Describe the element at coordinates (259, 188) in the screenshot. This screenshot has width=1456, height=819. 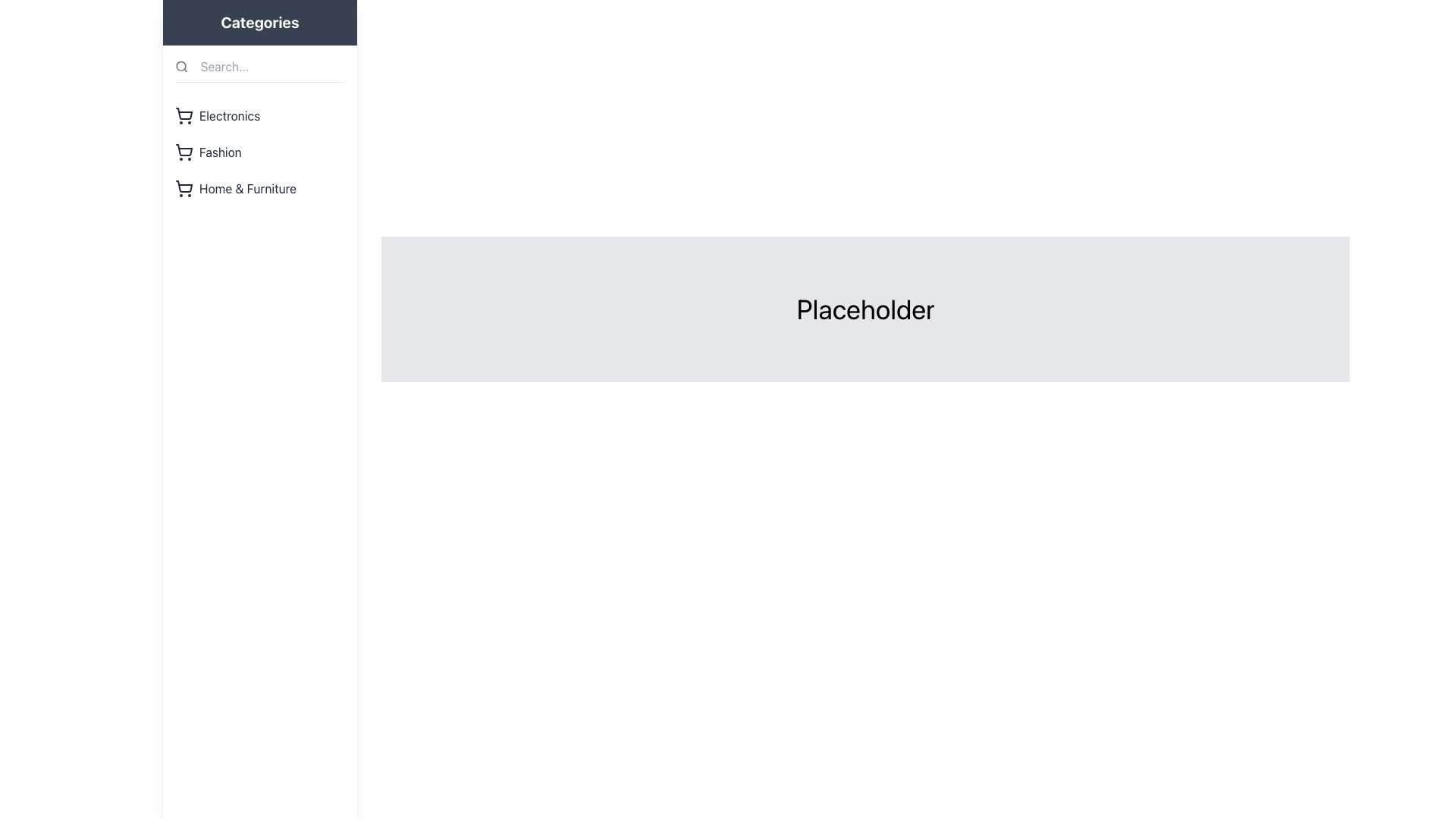
I see `the 'Home & Furniture' menu item, which is the third item in the 'Categories' sidebar menu, displaying a shopping cart icon and styled in a sans-serif font` at that location.